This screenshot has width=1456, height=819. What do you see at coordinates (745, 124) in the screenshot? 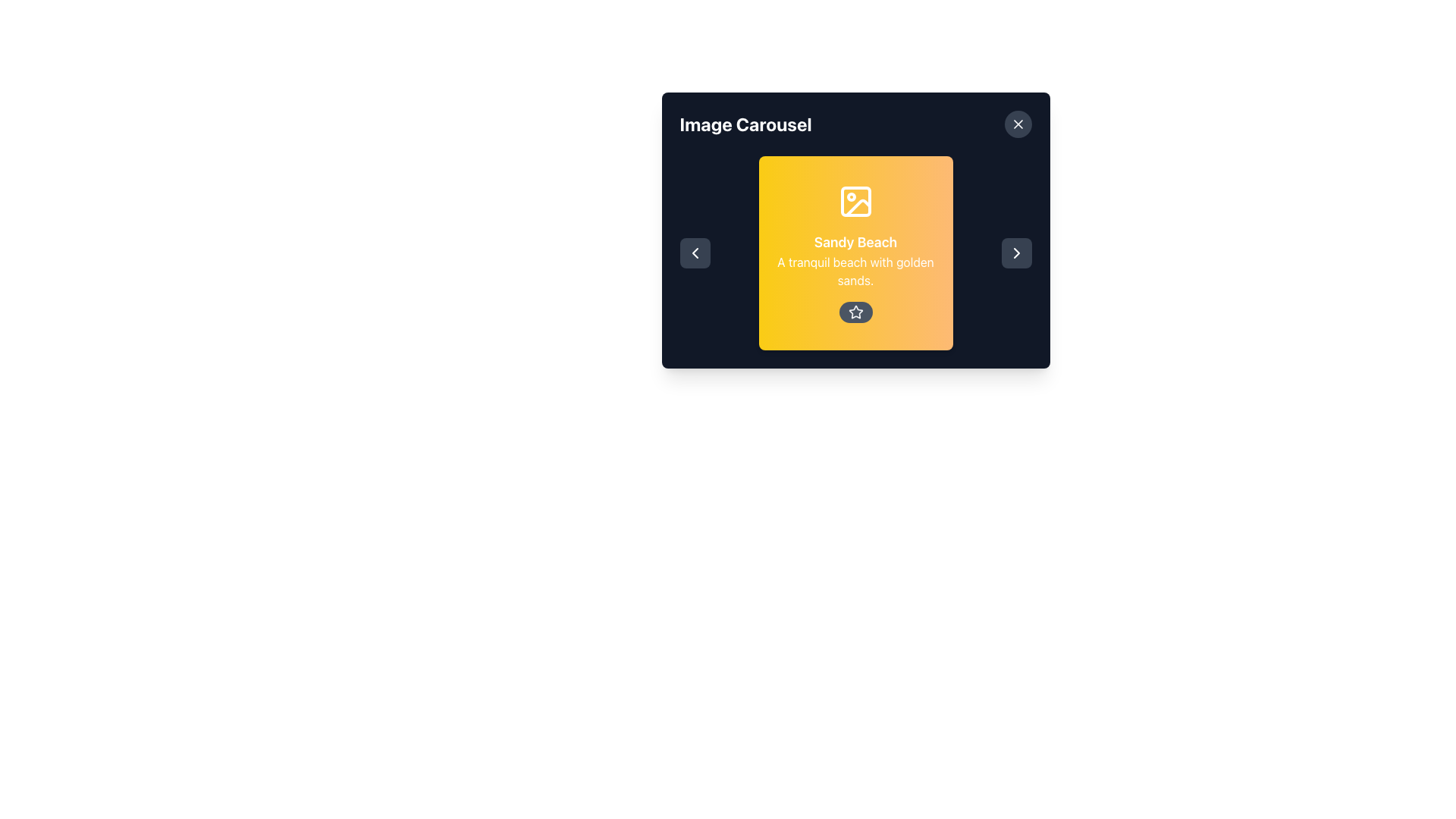
I see `the static text label displaying 'Image Carousel', which is styled in a bold, large font and located above the carousel interface` at bounding box center [745, 124].